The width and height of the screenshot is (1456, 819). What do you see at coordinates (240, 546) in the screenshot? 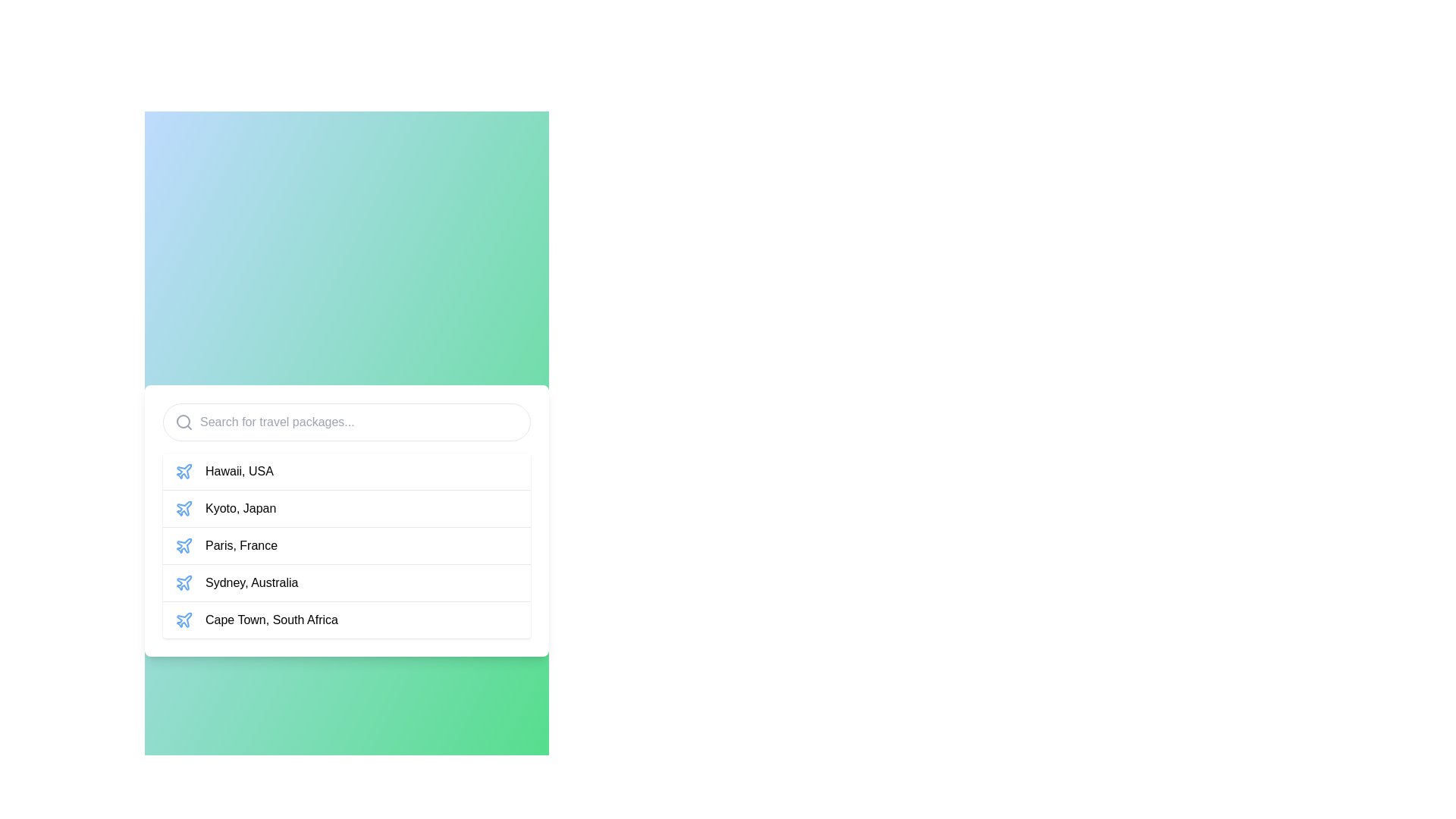
I see `the Text label for the destination within the selectable list, which is the third entry in the dropdown panel` at bounding box center [240, 546].